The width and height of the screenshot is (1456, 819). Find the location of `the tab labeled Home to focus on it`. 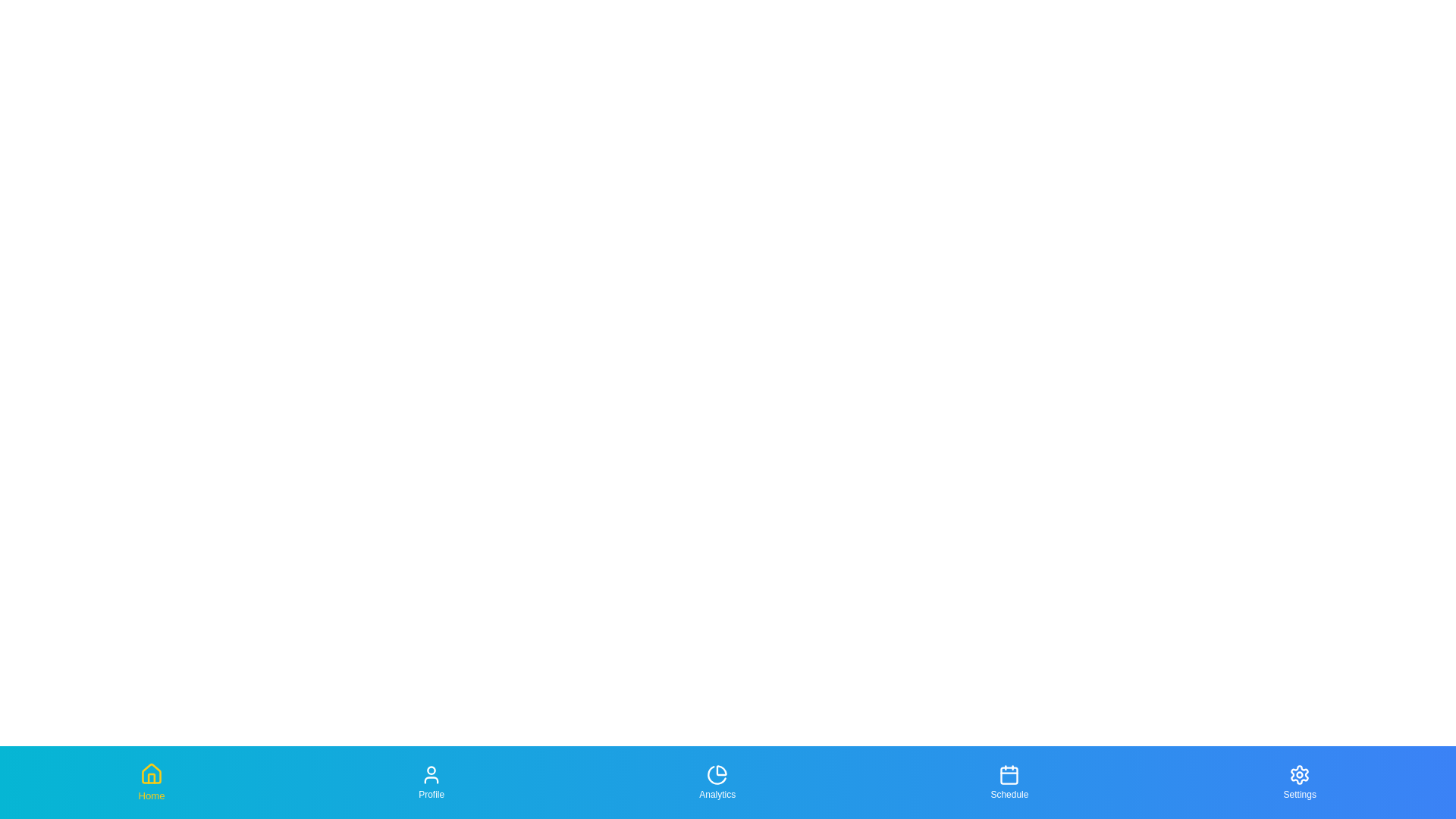

the tab labeled Home to focus on it is located at coordinates (152, 783).